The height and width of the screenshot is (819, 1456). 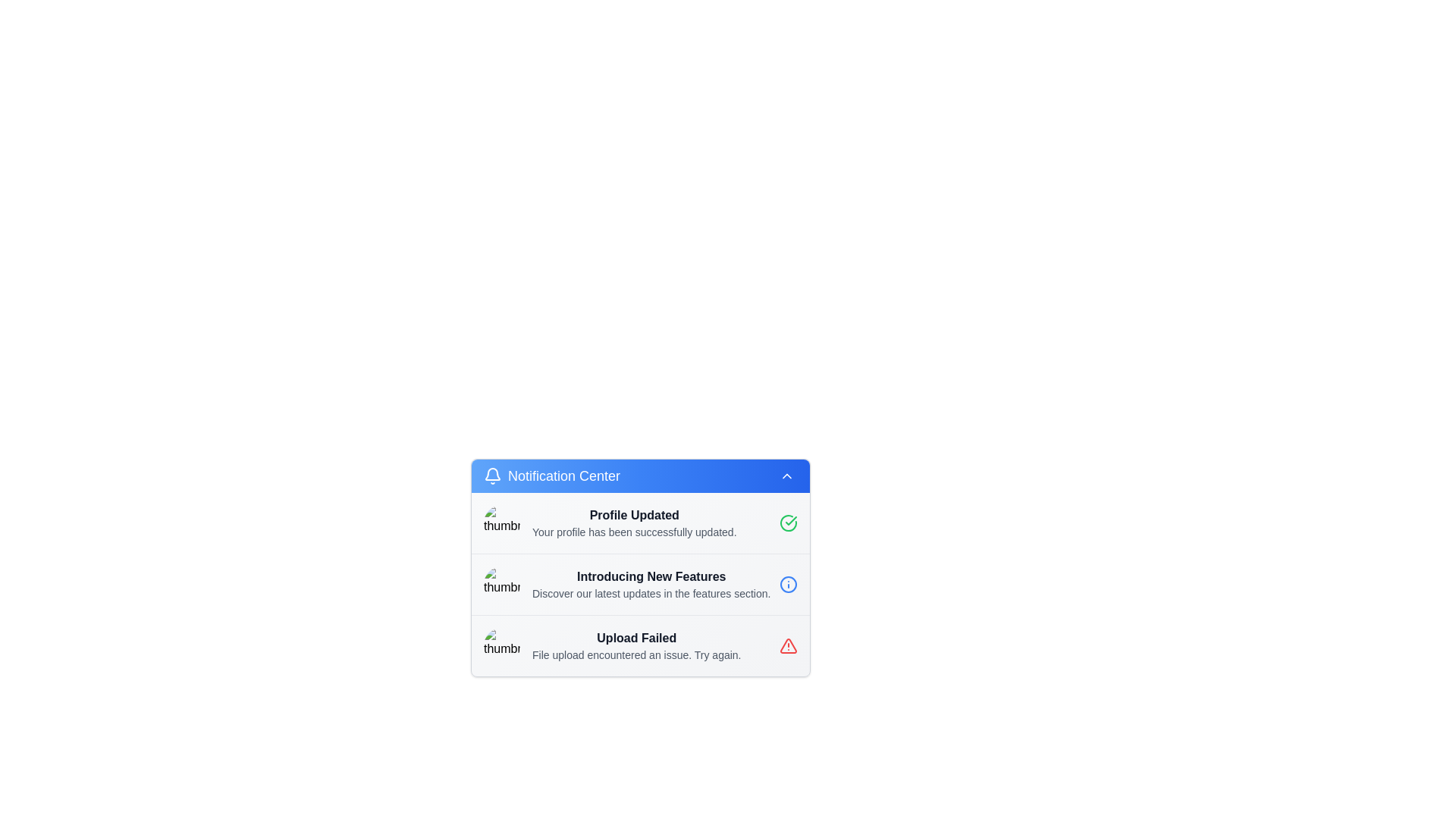 What do you see at coordinates (789, 646) in the screenshot?
I see `the red triangular alert icon located in the upper-right corner of the 'Upload Failed' notification item` at bounding box center [789, 646].